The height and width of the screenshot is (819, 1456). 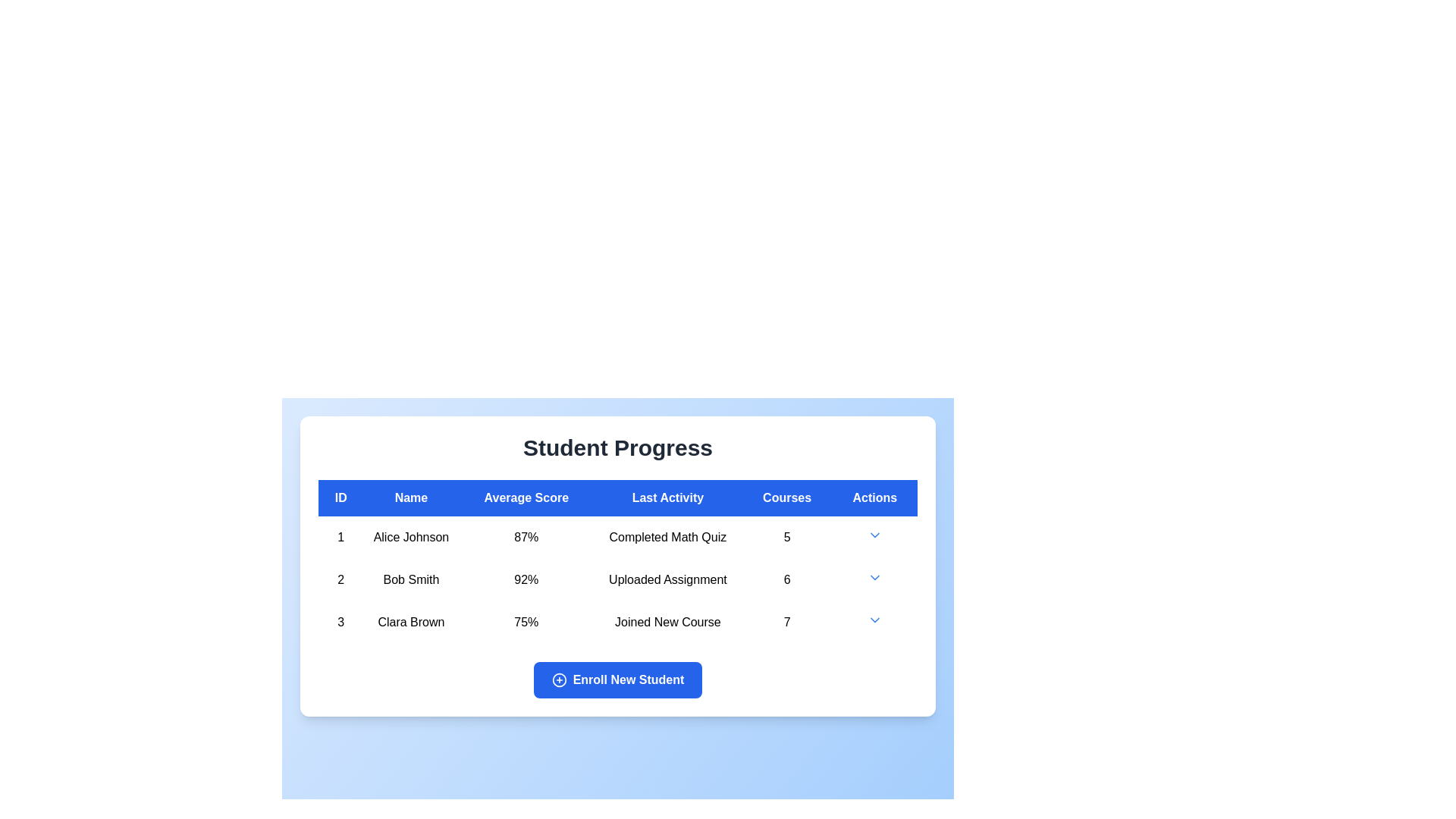 What do you see at coordinates (340, 623) in the screenshot?
I see `the numeric identifier text element that is the leftmost element of the third row in the table, indicating a student's ID` at bounding box center [340, 623].